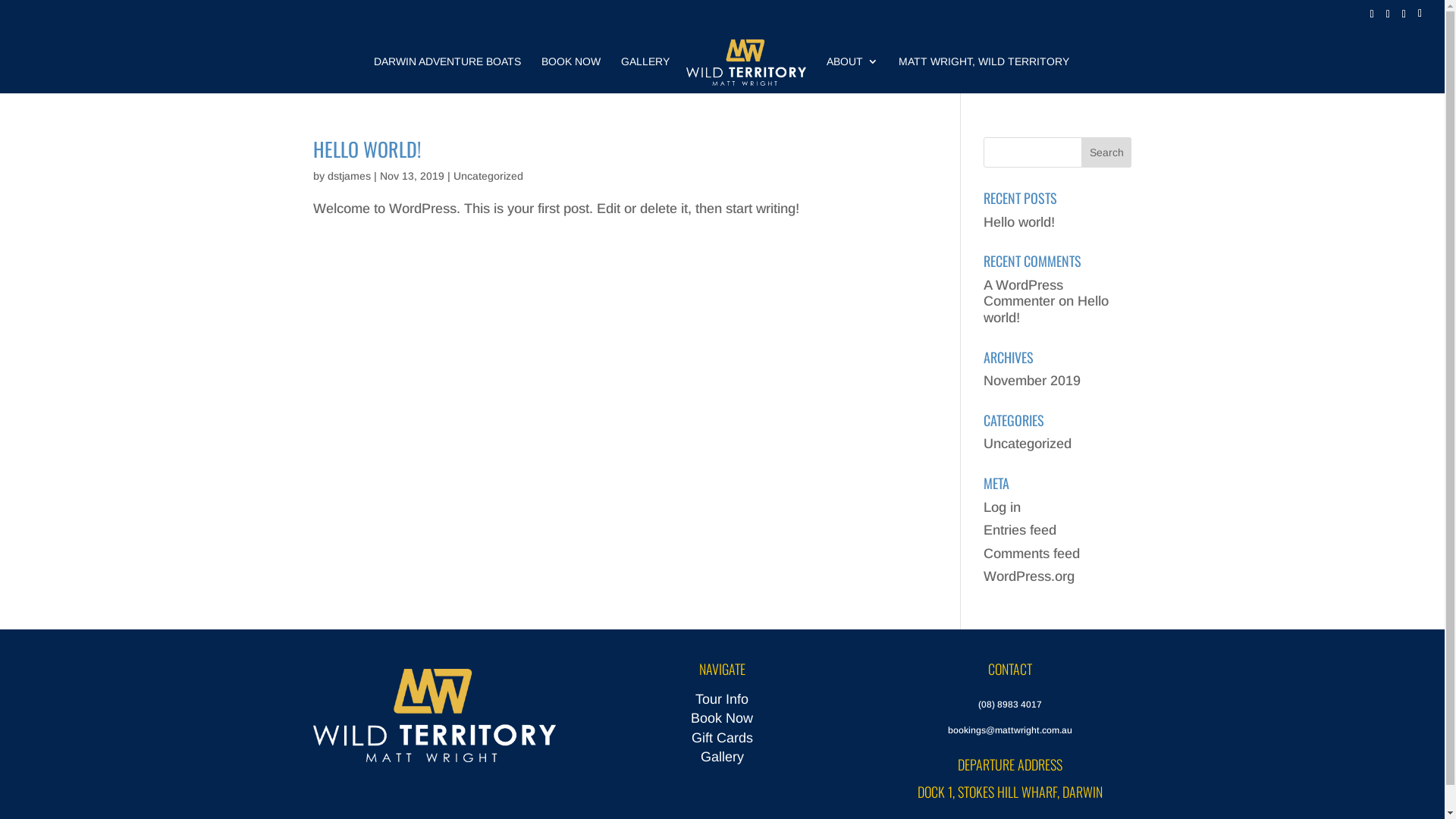 This screenshot has width=1456, height=819. Describe the element at coordinates (852, 74) in the screenshot. I see `'ABOUT'` at that location.